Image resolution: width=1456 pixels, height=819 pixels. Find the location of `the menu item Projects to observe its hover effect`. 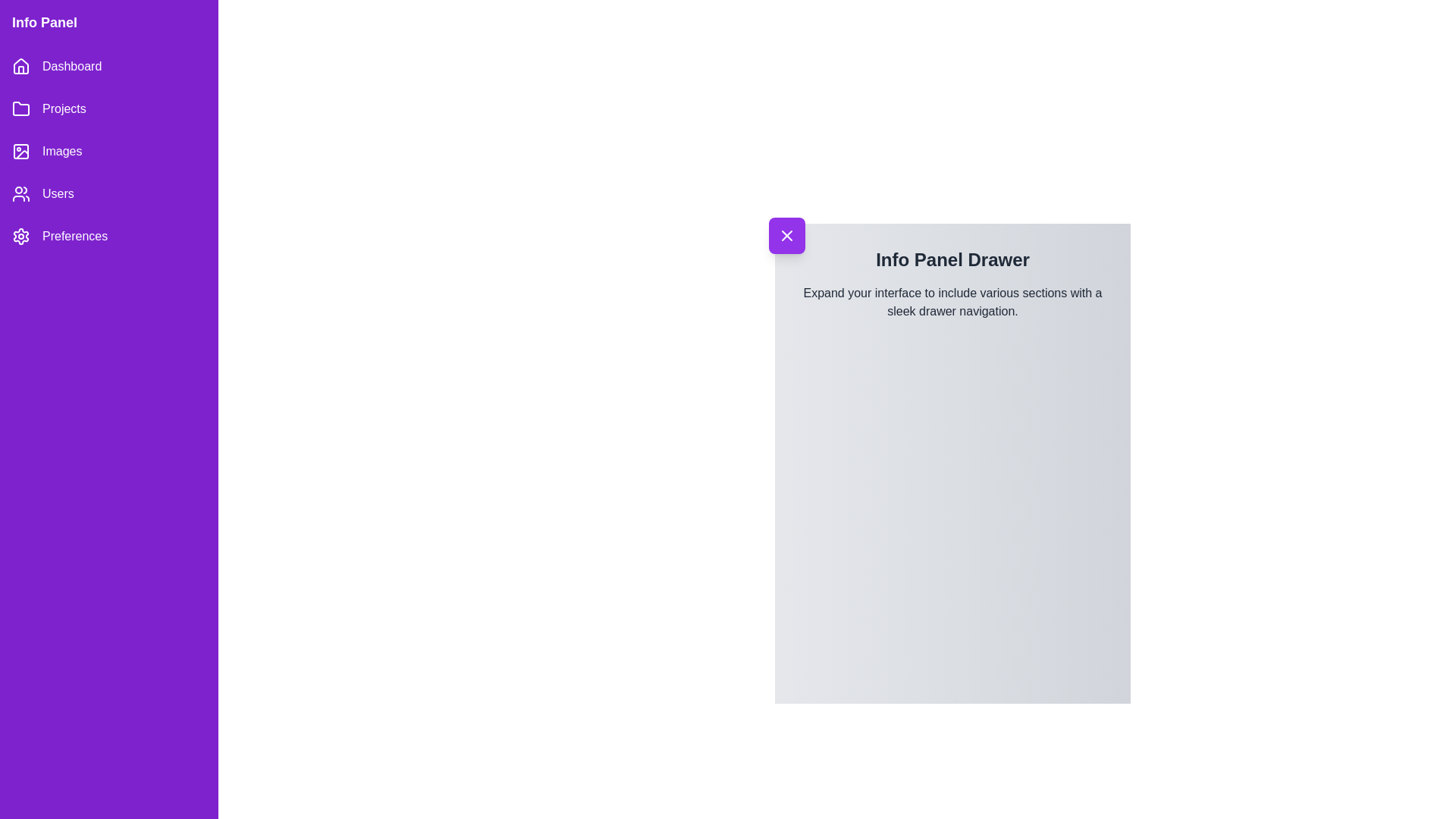

the menu item Projects to observe its hover effect is located at coordinates (108, 108).